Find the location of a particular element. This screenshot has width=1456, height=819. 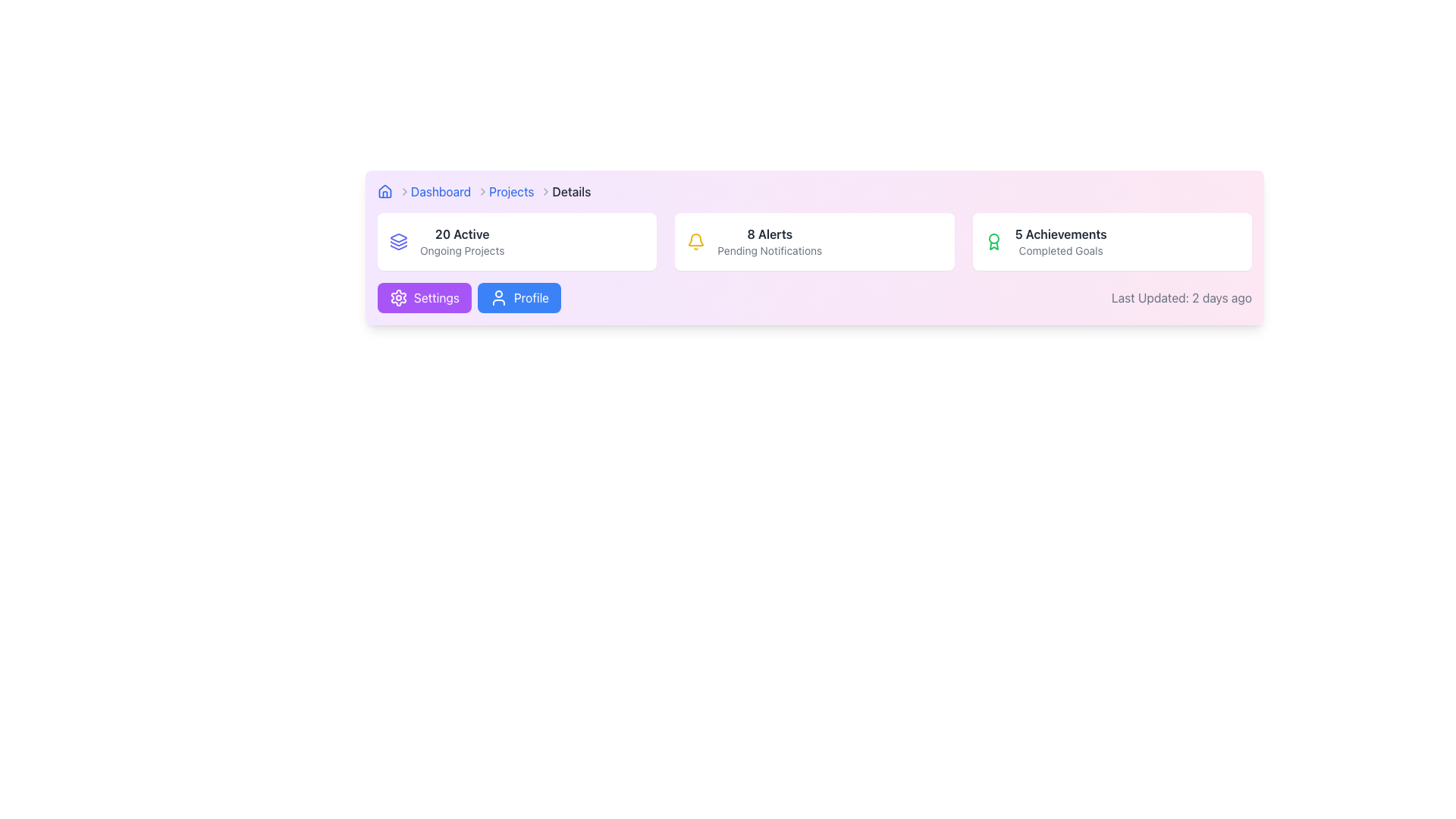

the first breadcrumb hyperlink in the navigation bar that leads to the 'Dashboard' page is located at coordinates (449, 191).